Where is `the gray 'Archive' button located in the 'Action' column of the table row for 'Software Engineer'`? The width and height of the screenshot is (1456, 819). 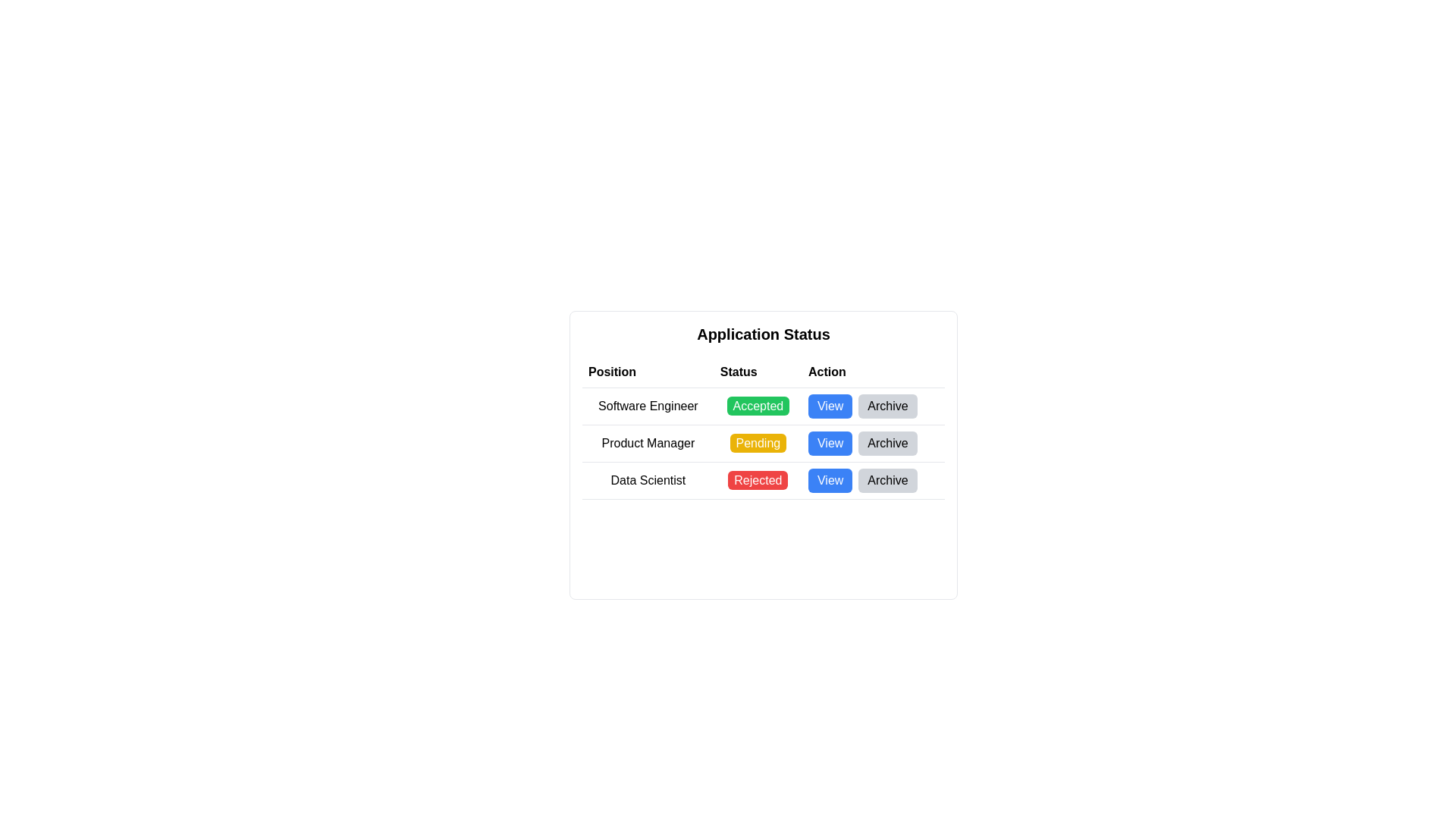
the gray 'Archive' button located in the 'Action' column of the table row for 'Software Engineer' is located at coordinates (888, 406).